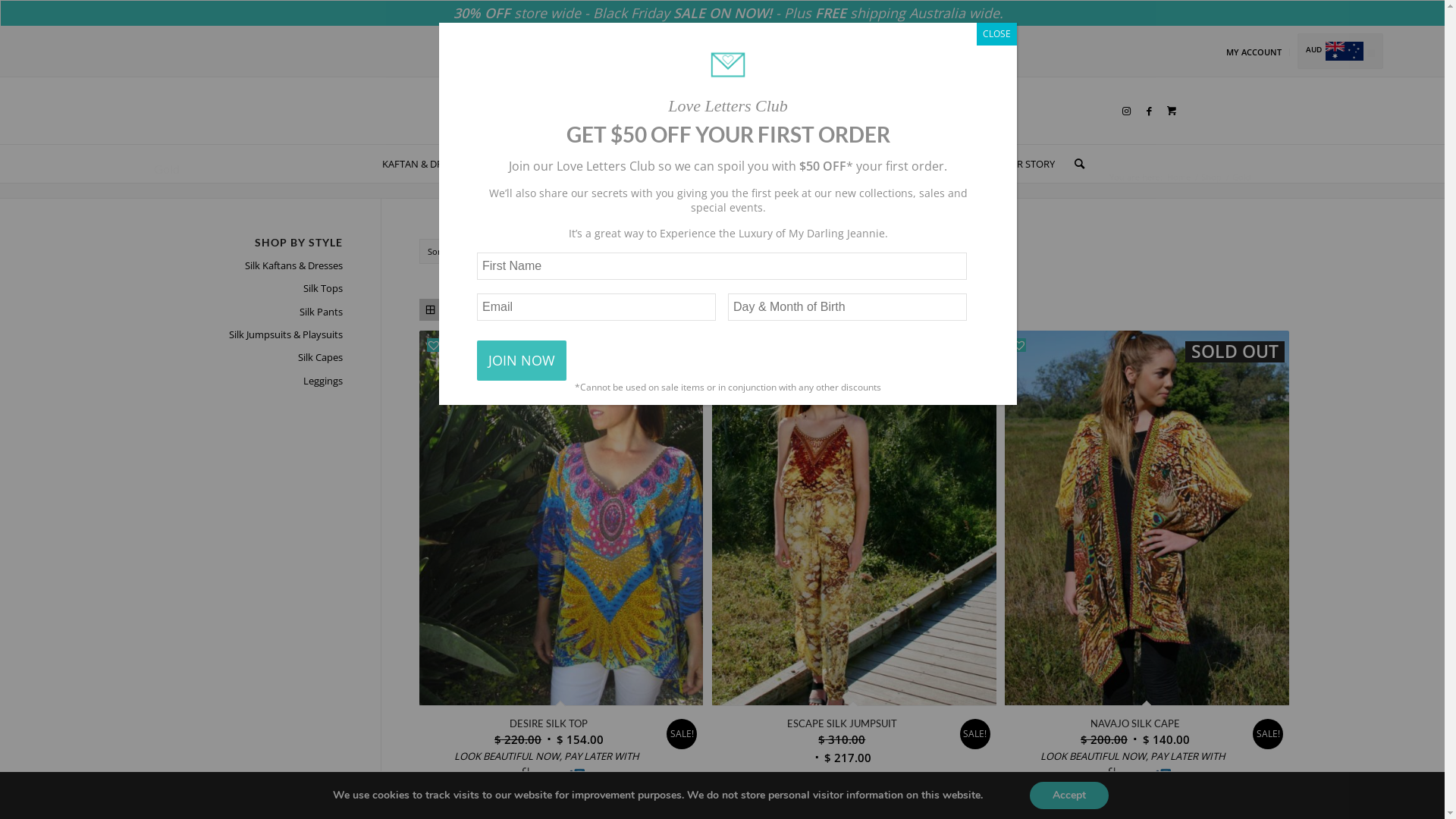 This screenshot has width=1456, height=819. What do you see at coordinates (1147, 516) in the screenshot?
I see `'SOLD OUT'` at bounding box center [1147, 516].